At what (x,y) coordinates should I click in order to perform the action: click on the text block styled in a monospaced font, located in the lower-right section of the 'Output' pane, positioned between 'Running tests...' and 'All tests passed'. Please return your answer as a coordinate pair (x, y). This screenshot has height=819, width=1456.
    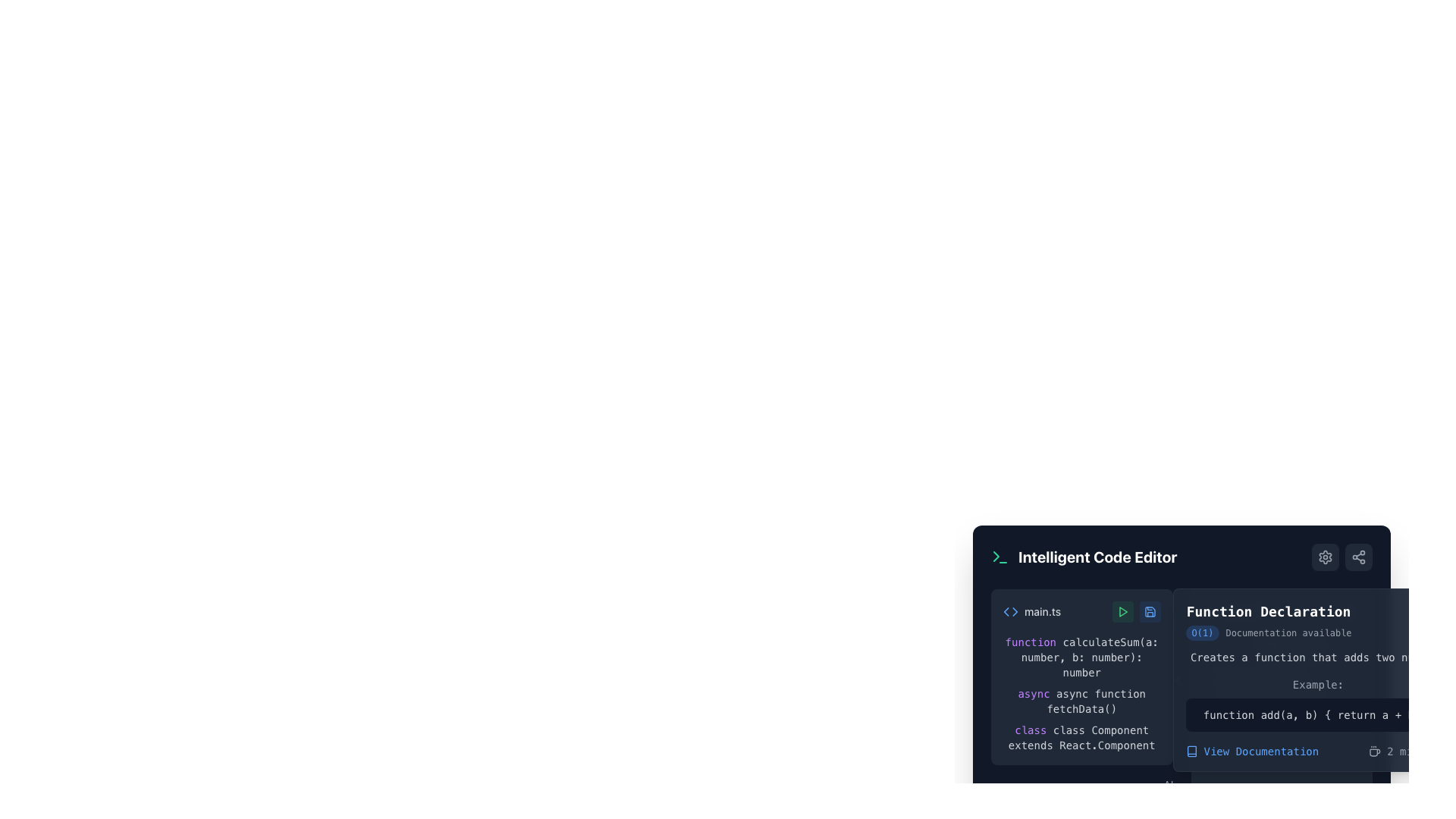
    Looking at the image, I should click on (1281, 667).